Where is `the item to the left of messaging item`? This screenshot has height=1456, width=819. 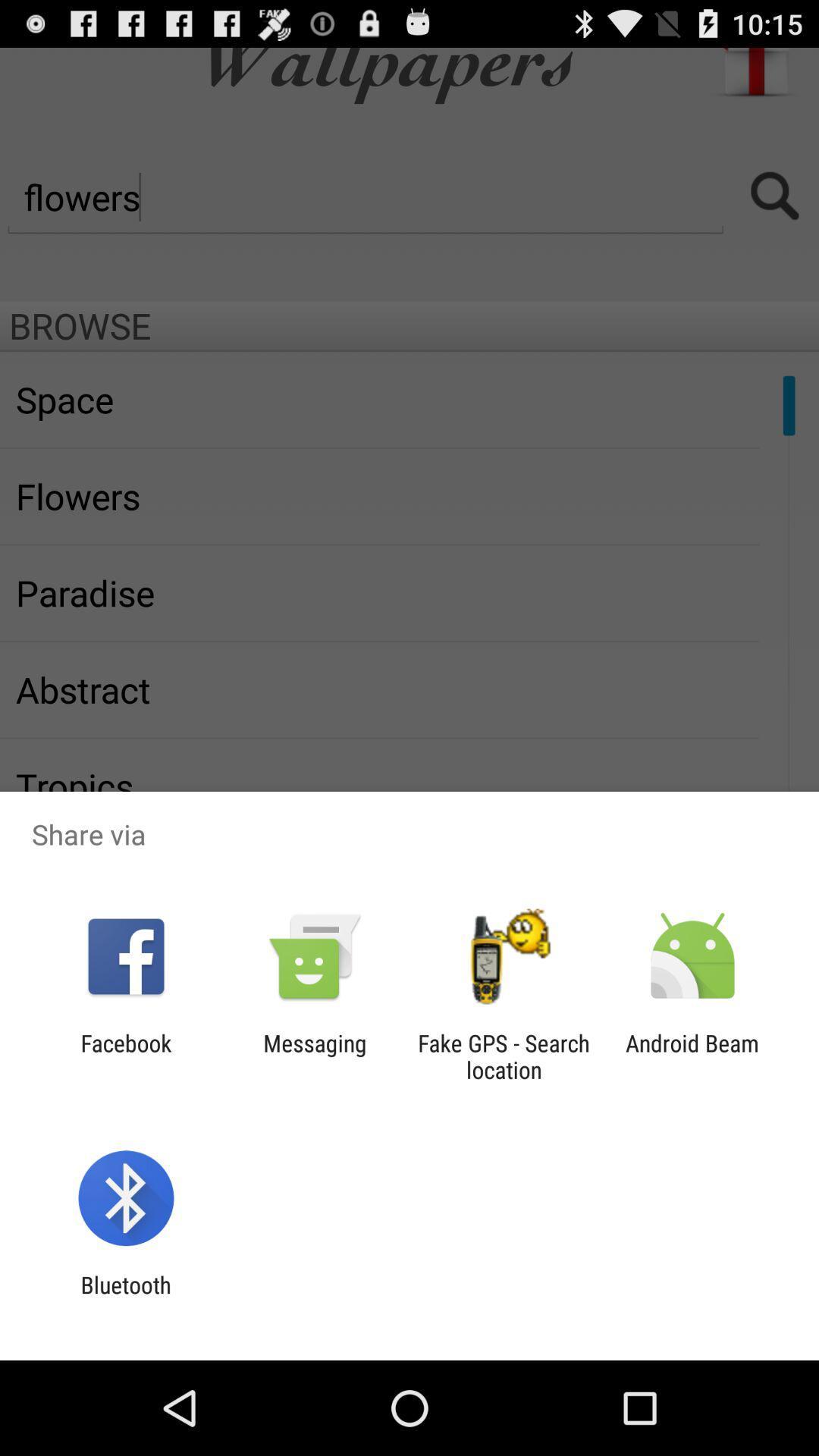
the item to the left of messaging item is located at coordinates (125, 1056).